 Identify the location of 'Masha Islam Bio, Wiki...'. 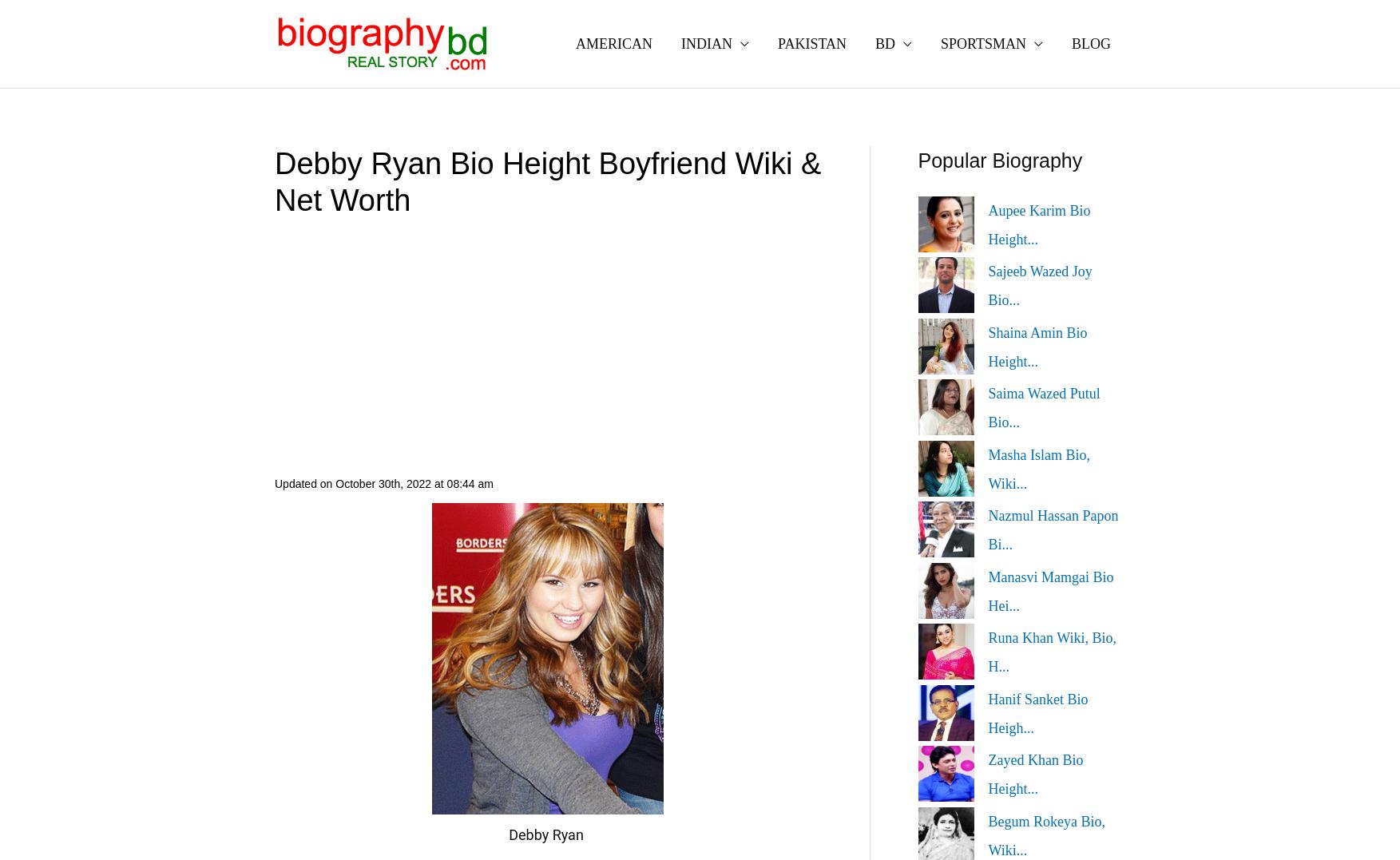
(1039, 467).